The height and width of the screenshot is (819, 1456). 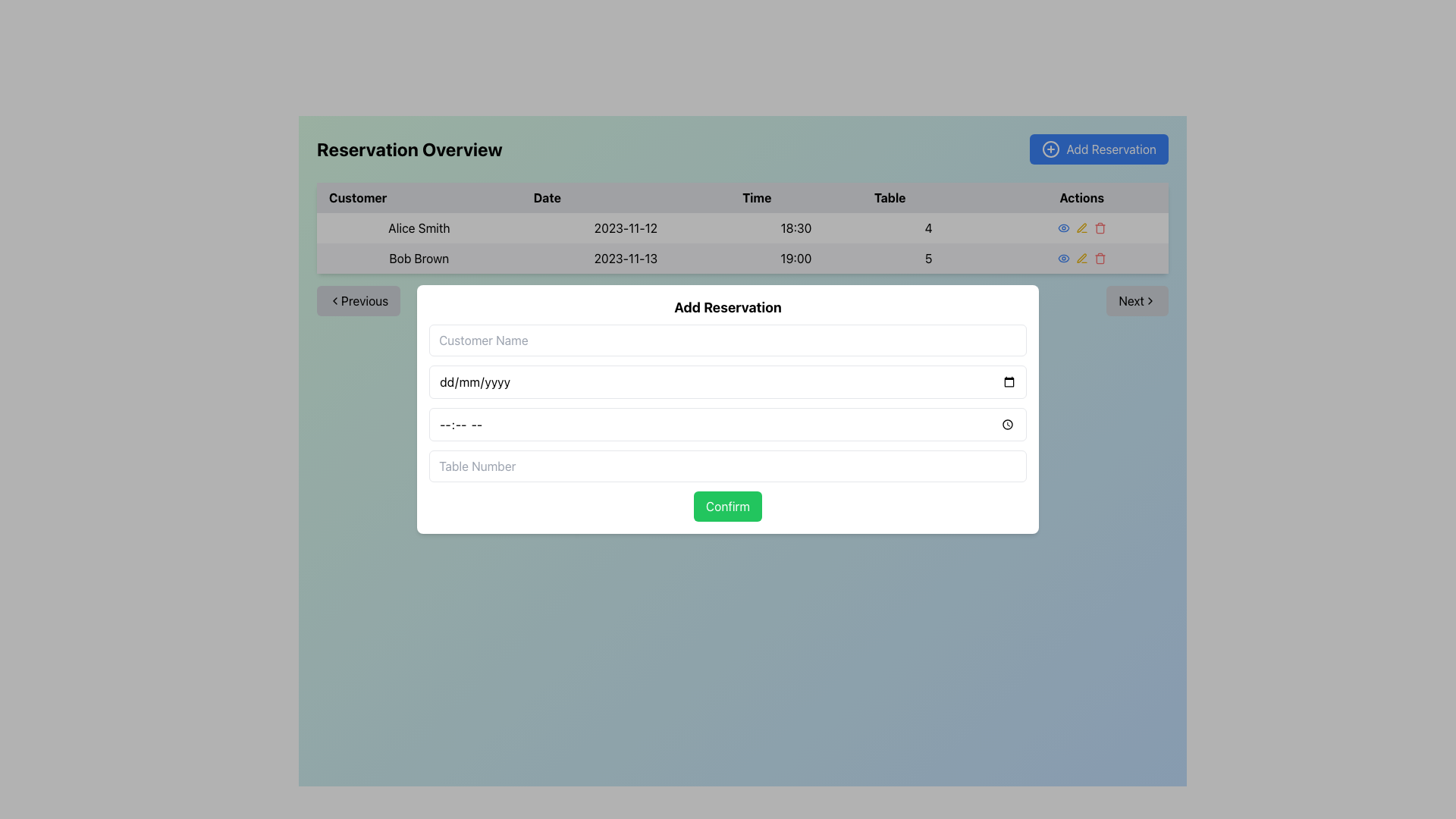 What do you see at coordinates (742, 242) in the screenshot?
I see `information displayed in the first row of the reservation table, which includes the customer's name 'Alice Smith', the date '2023-11-12', the time '18:30', and the table number '4'` at bounding box center [742, 242].